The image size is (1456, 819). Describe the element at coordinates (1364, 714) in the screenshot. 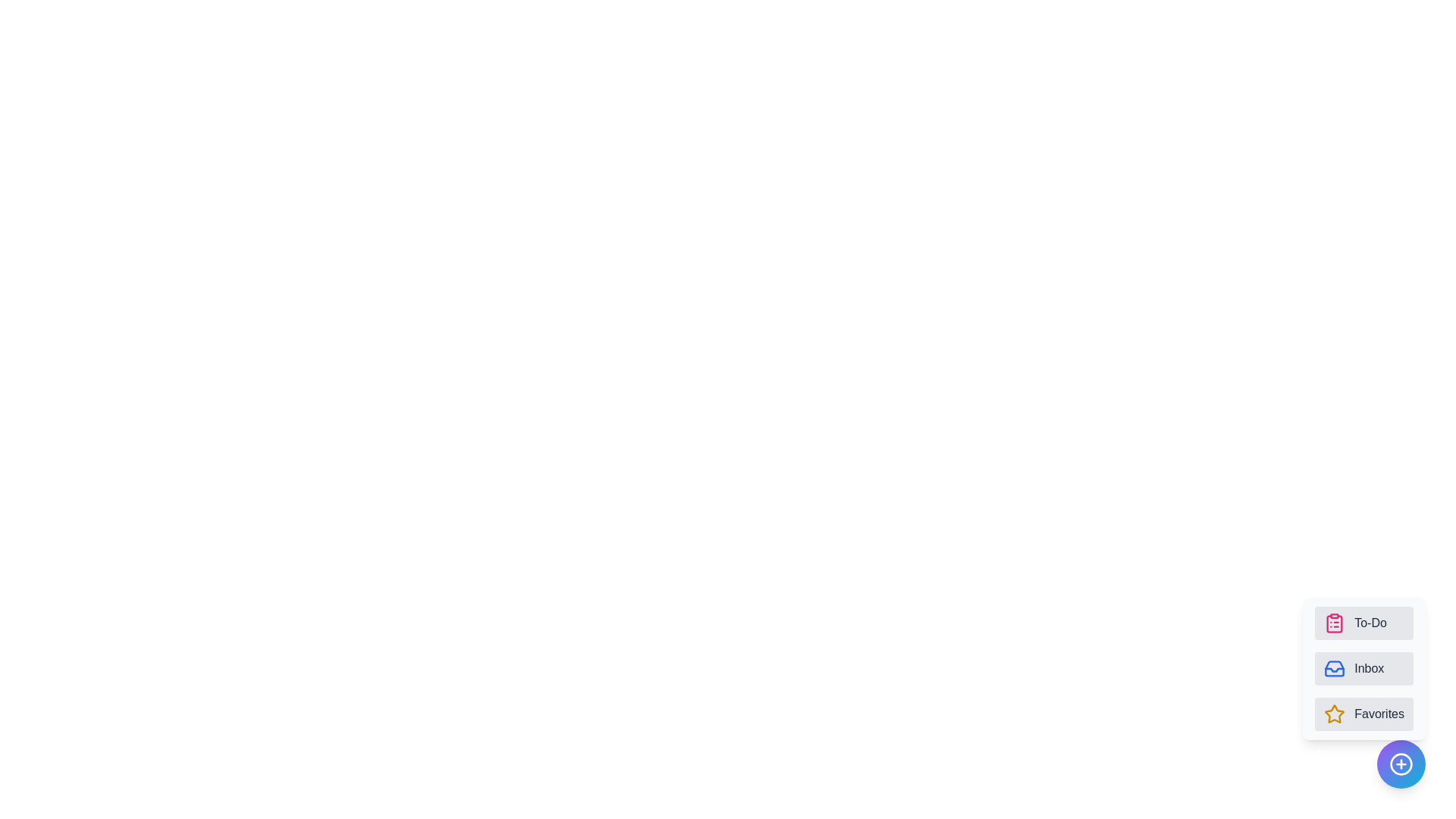

I see `the 'Favorites' button to select it` at that location.